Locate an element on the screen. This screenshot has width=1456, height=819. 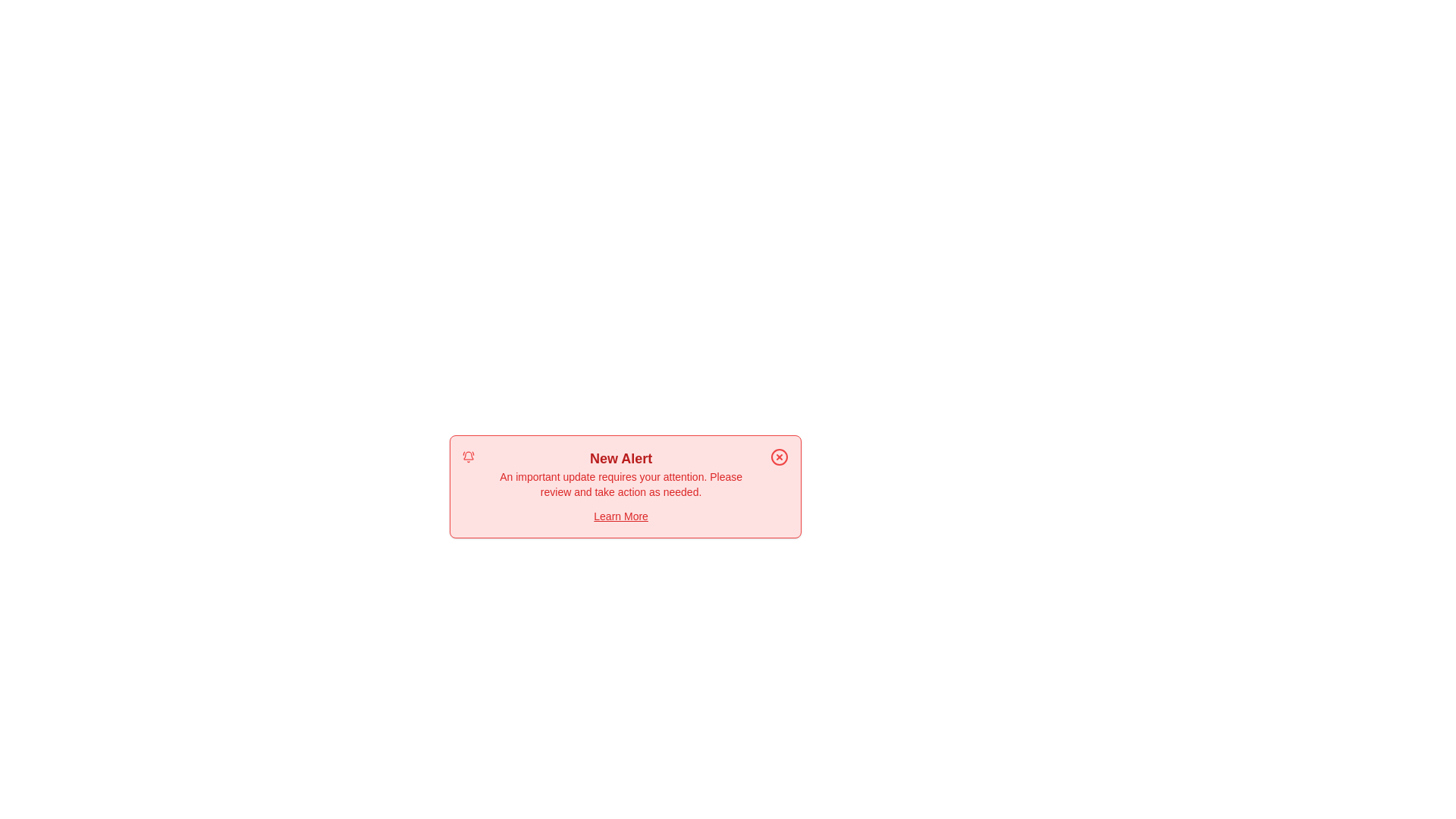
the alert icon (bell) is located at coordinates (468, 456).